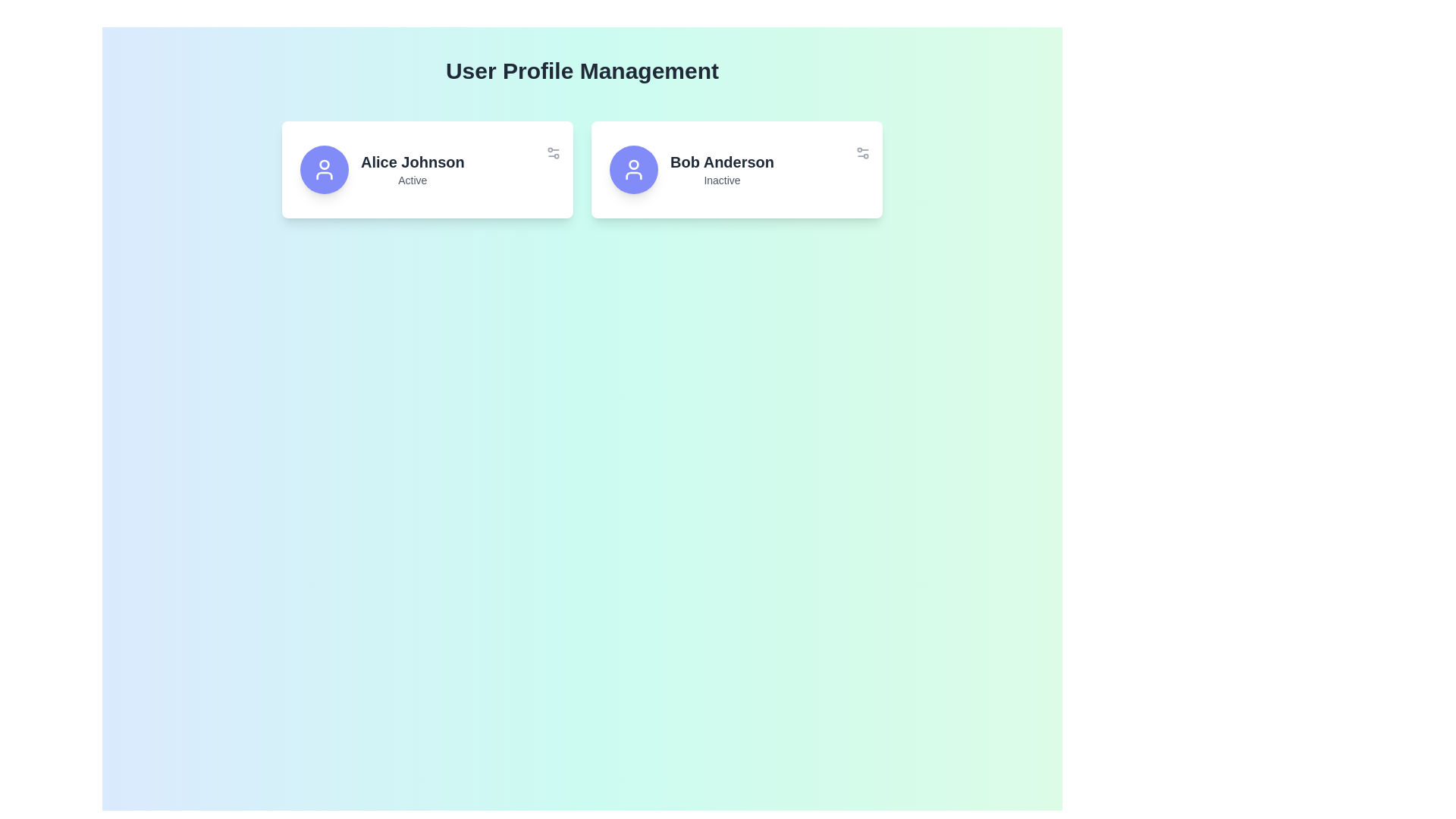 The width and height of the screenshot is (1456, 819). What do you see at coordinates (413, 169) in the screenshot?
I see `the text display component that shows the name and status of a user, located in the right section of the user profile card adjacent to the circular avatar` at bounding box center [413, 169].